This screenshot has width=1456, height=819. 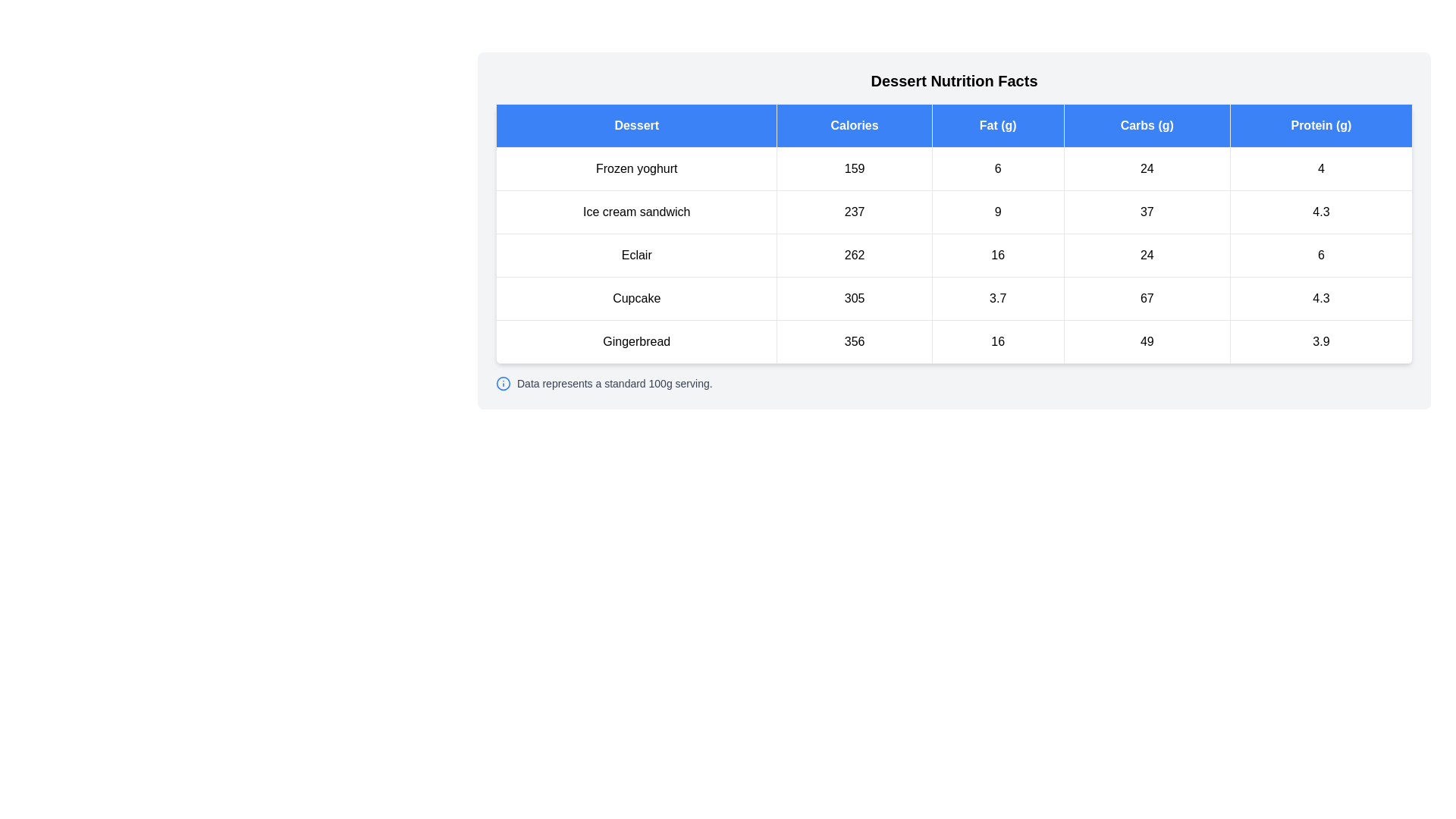 What do you see at coordinates (636, 298) in the screenshot?
I see `the text element corresponding to Cupcake` at bounding box center [636, 298].